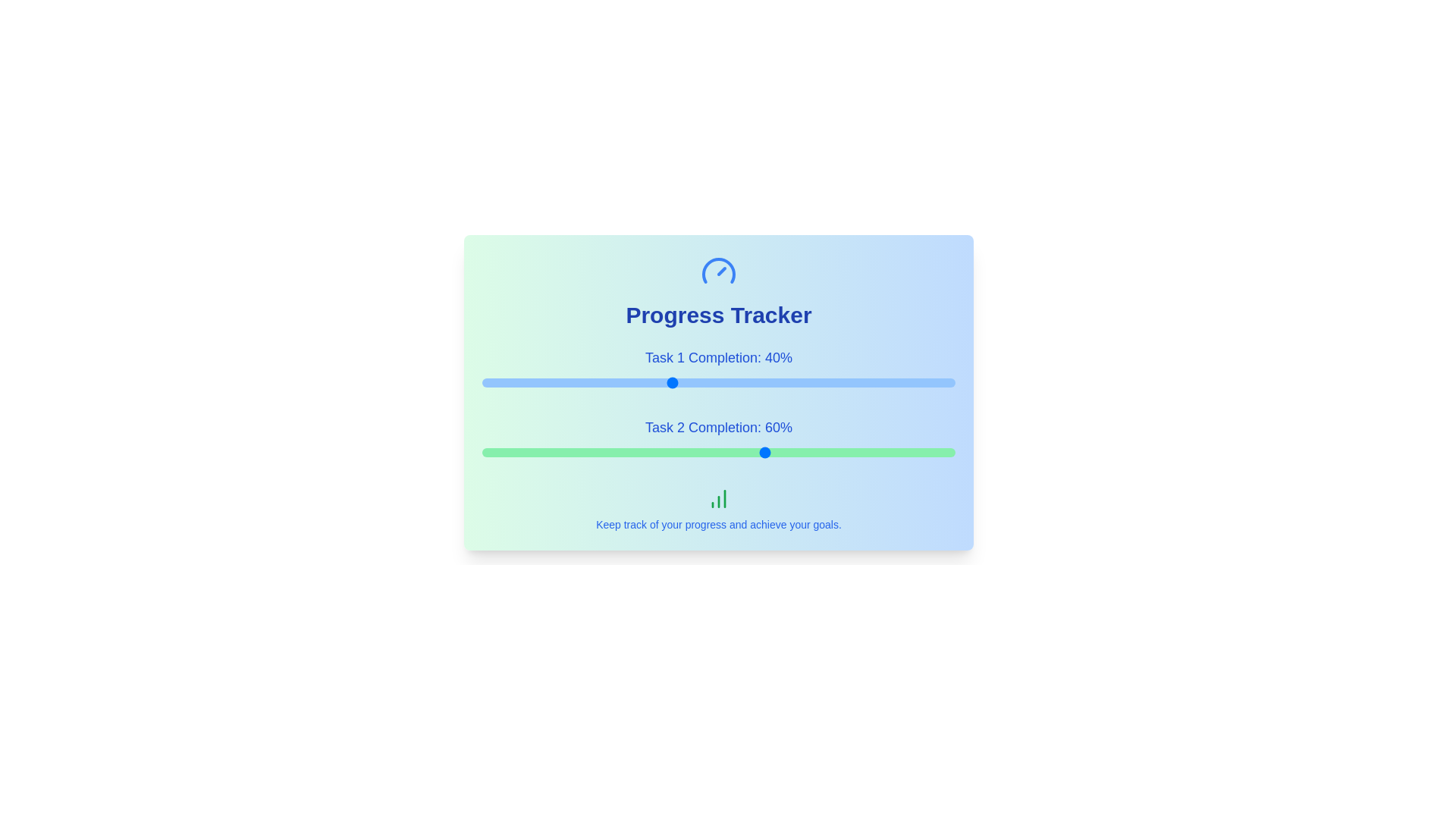  I want to click on the progress bars in the Progress bar group titled 'Task 1 Completion' and 'Task 2 Completion', so click(718, 403).